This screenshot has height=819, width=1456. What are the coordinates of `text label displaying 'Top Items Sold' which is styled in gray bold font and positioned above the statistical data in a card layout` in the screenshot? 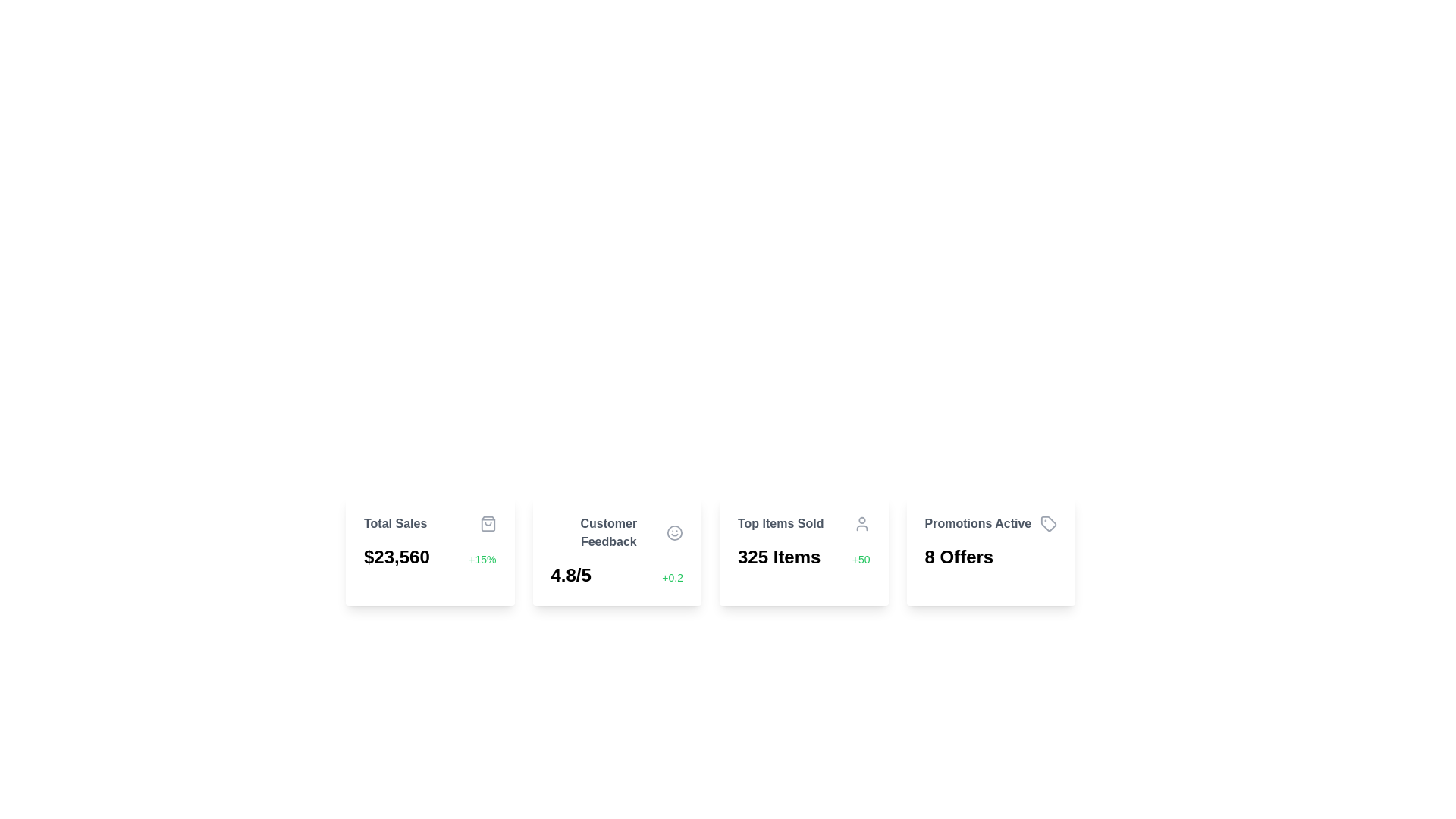 It's located at (780, 522).